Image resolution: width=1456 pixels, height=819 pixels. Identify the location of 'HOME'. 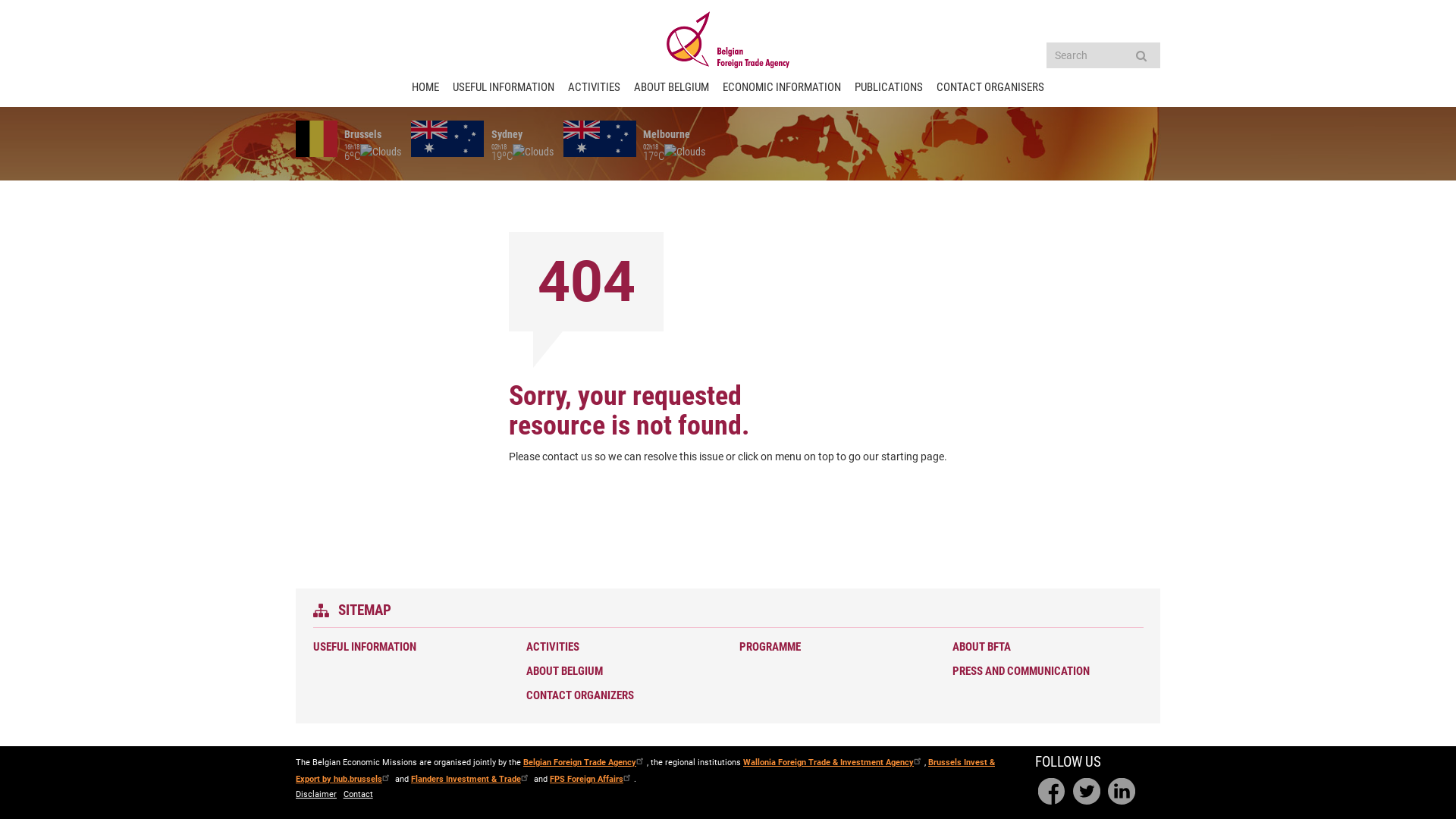
(425, 87).